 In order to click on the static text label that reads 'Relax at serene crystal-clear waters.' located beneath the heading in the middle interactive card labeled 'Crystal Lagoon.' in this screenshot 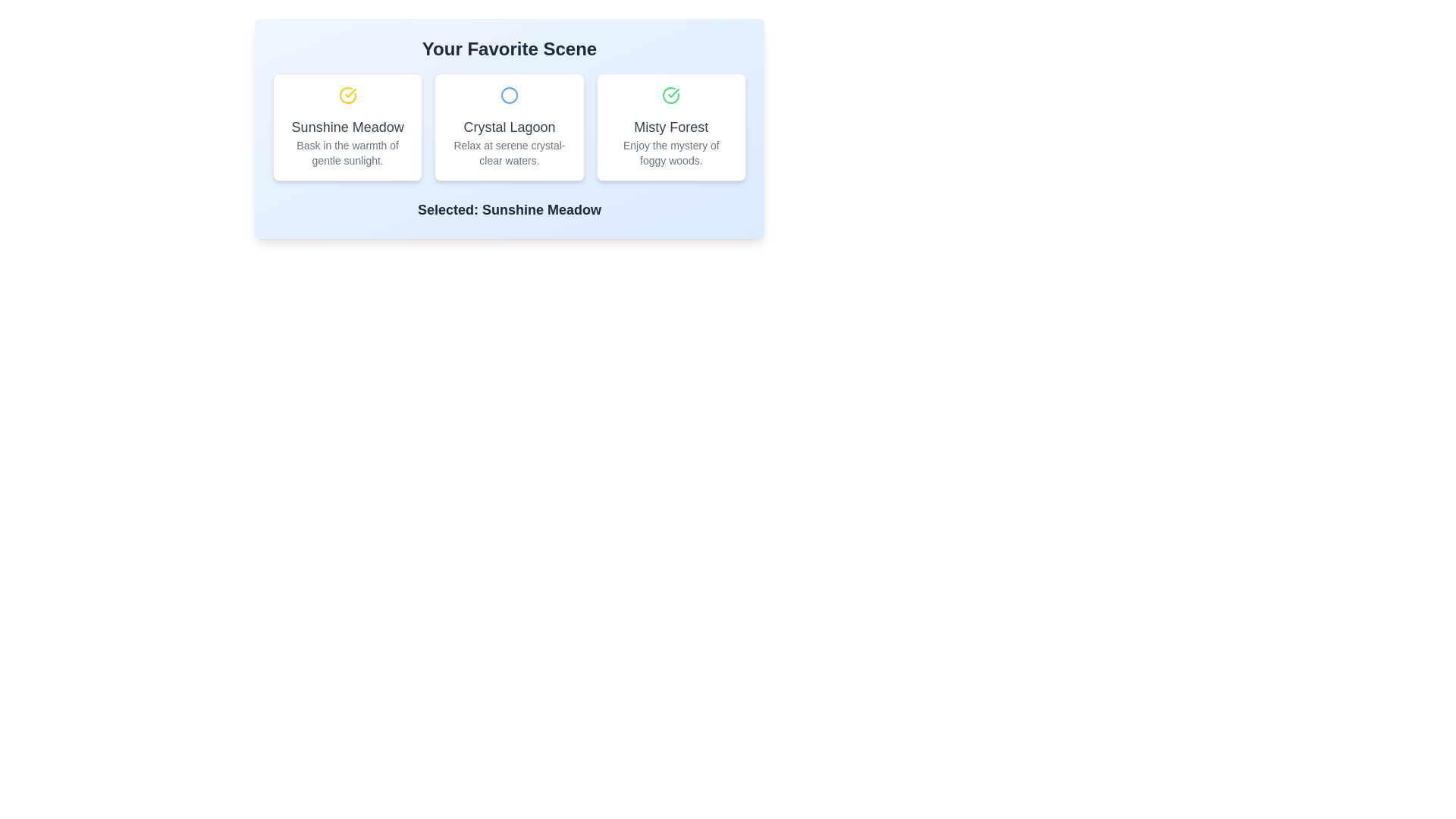, I will do `click(510, 152)`.